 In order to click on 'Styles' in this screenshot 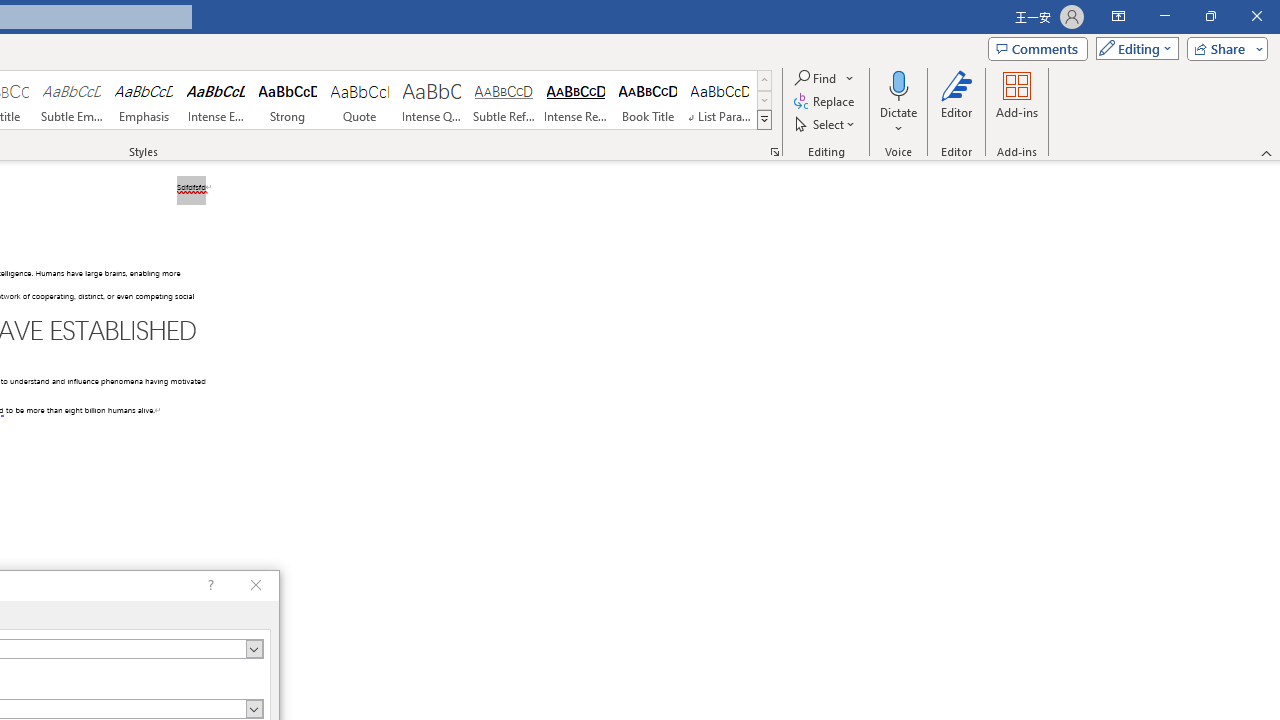, I will do `click(763, 120)`.